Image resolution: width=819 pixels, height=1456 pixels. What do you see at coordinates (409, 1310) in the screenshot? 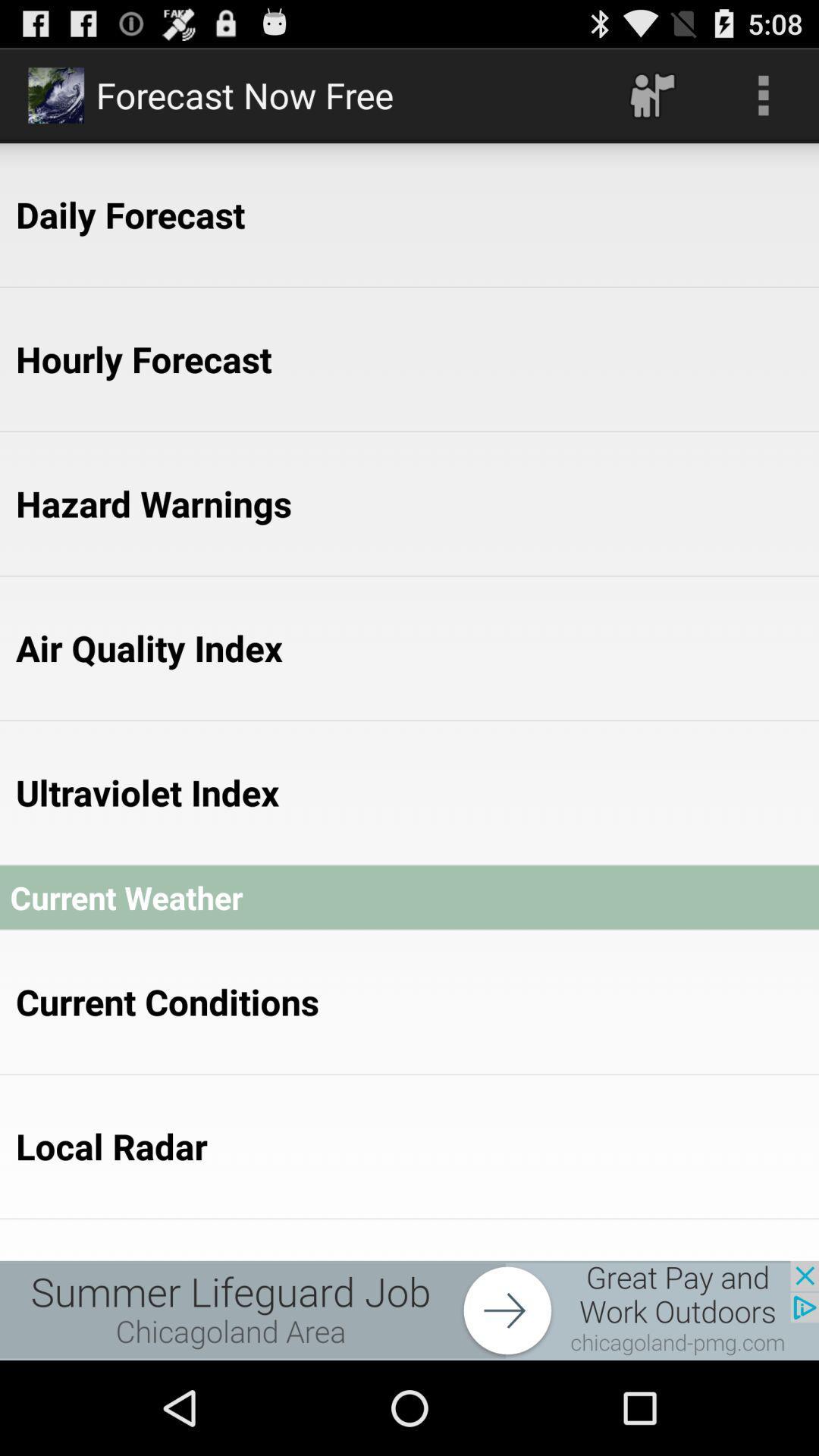
I see `open page` at bounding box center [409, 1310].